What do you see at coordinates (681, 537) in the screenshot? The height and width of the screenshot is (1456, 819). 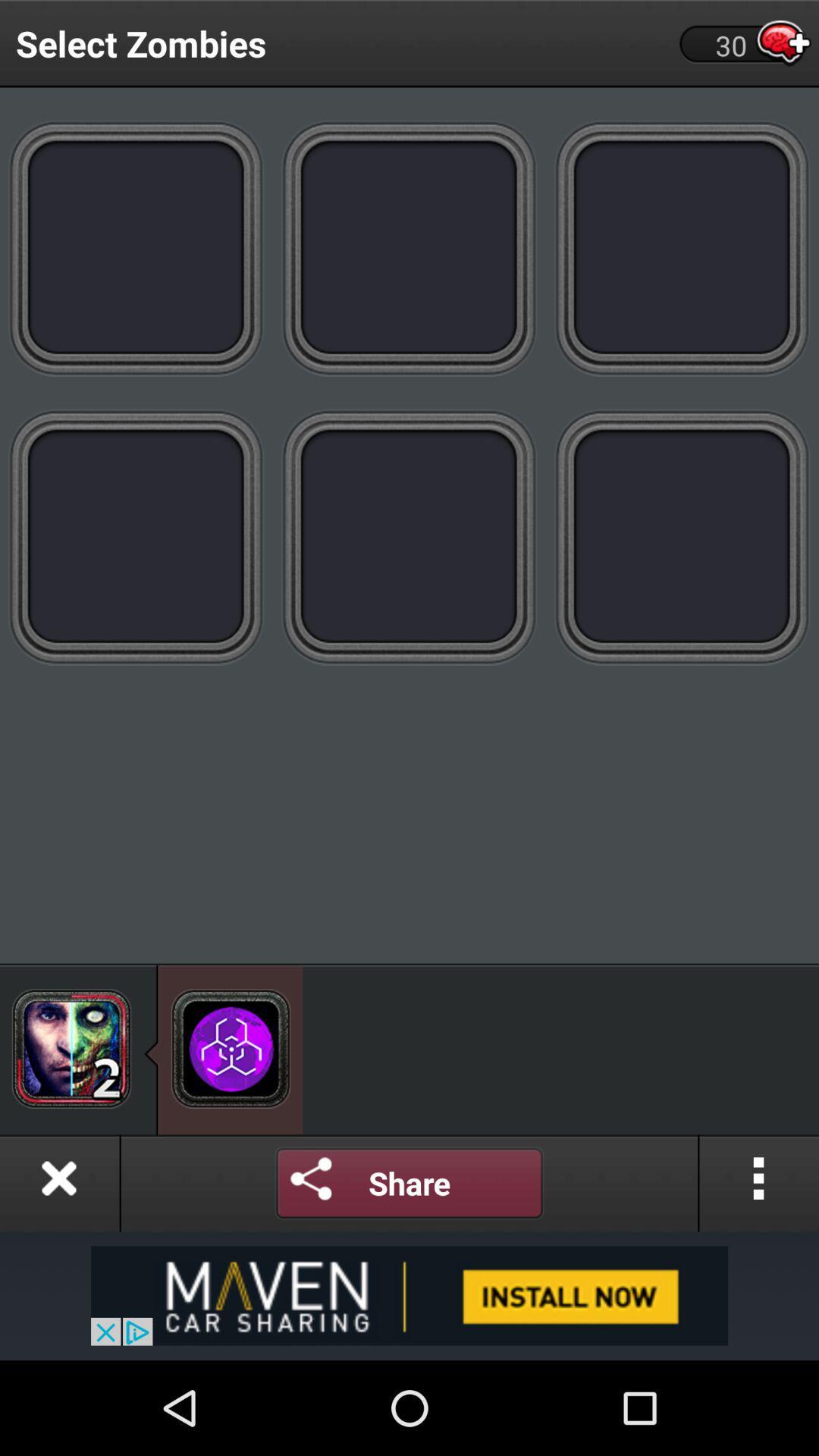 I see `advertisement` at bounding box center [681, 537].